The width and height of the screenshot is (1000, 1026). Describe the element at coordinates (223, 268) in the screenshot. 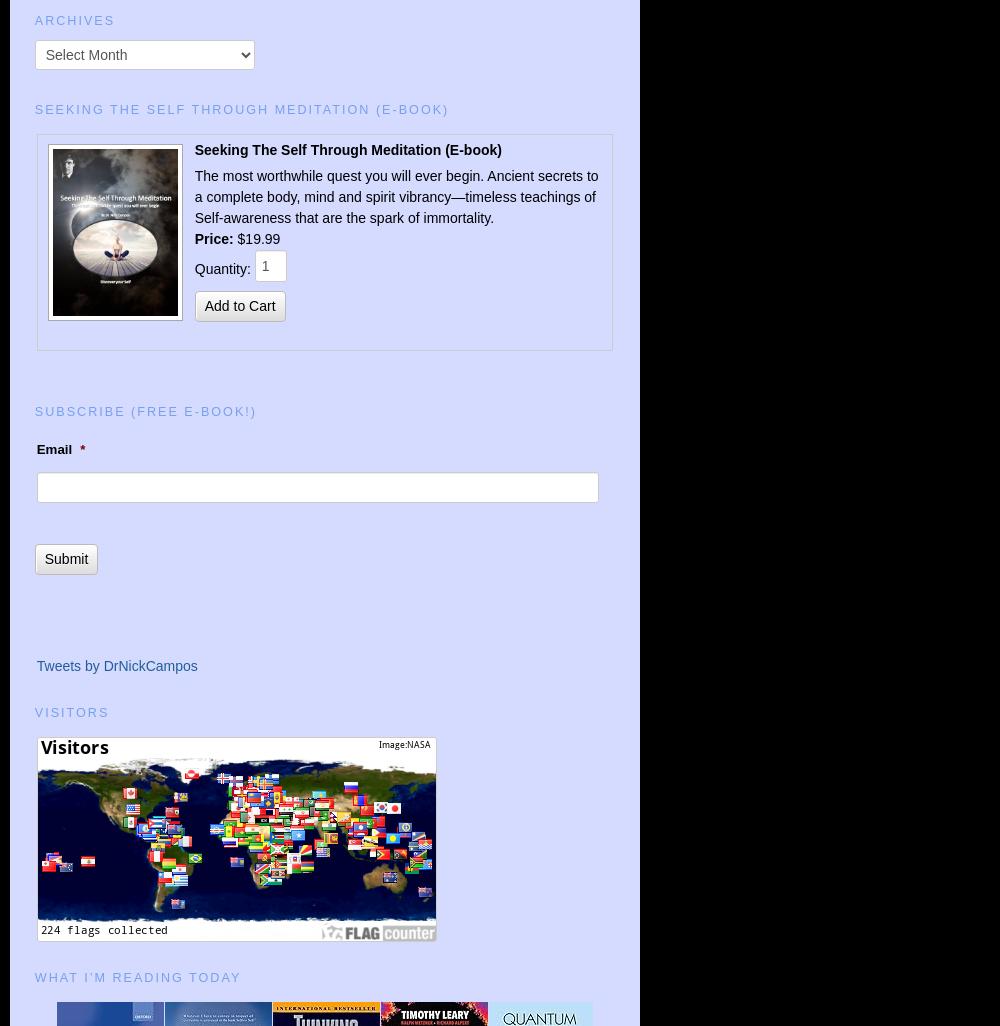

I see `'Quantity:'` at that location.